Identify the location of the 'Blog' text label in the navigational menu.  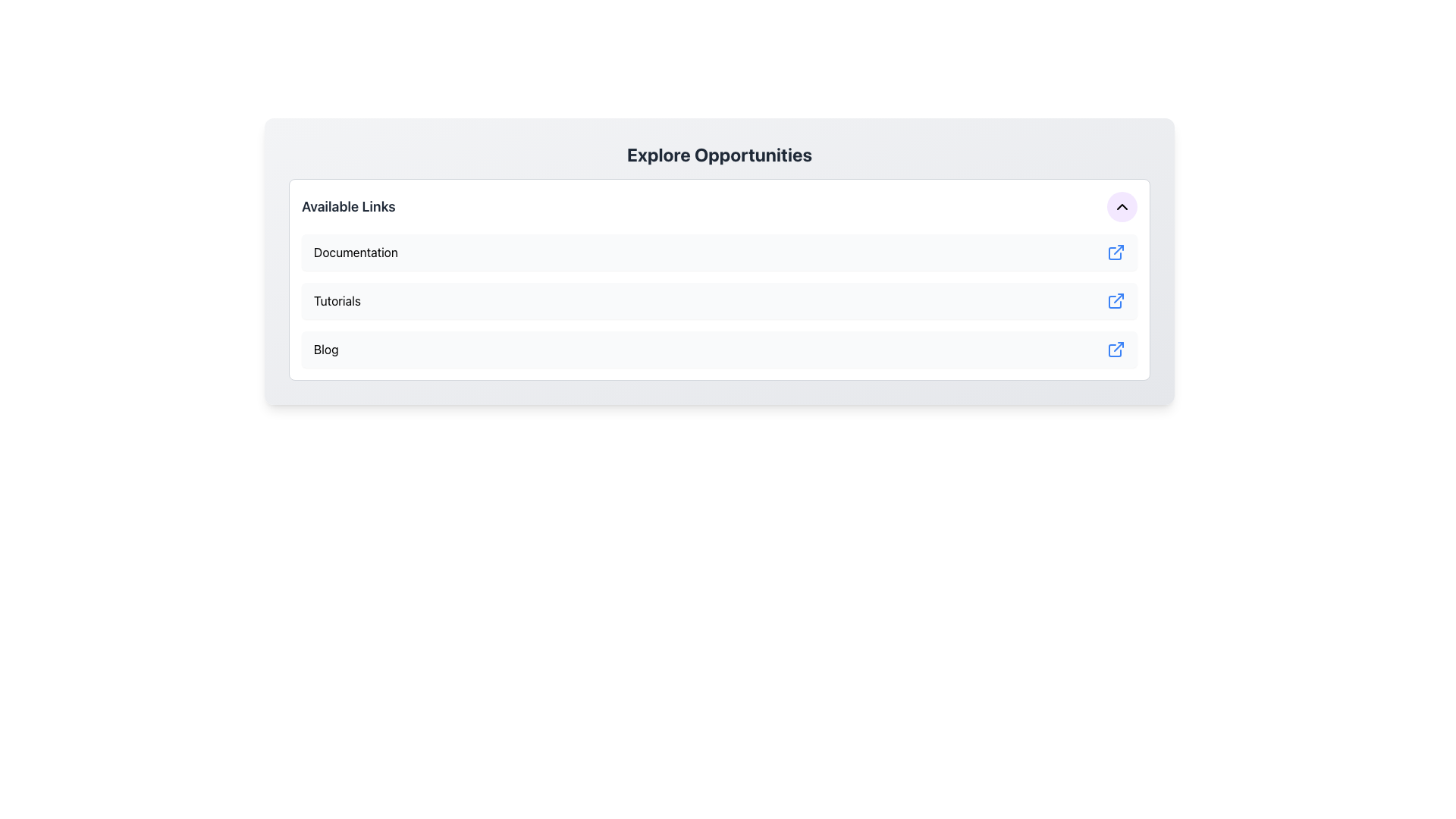
(325, 350).